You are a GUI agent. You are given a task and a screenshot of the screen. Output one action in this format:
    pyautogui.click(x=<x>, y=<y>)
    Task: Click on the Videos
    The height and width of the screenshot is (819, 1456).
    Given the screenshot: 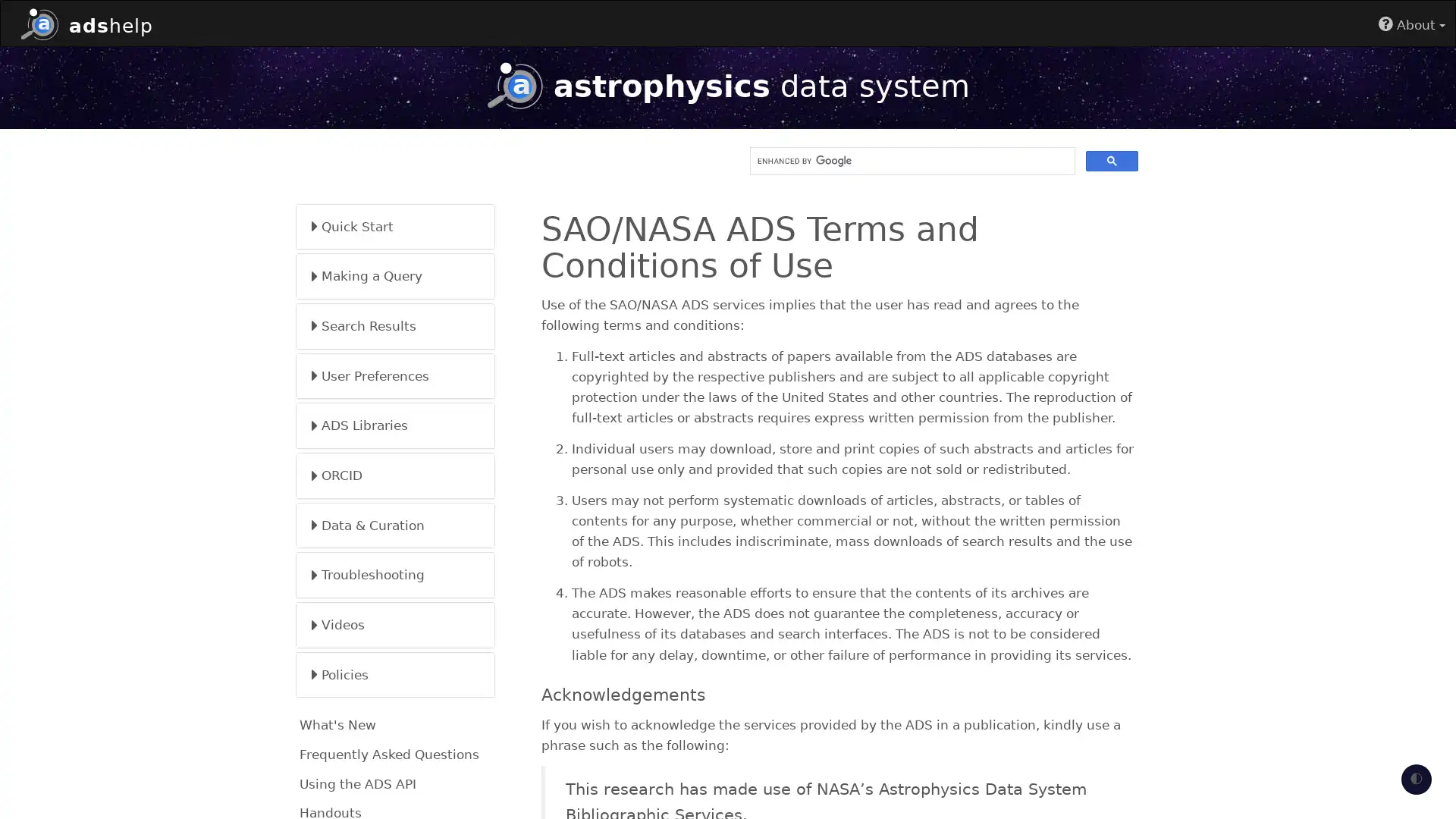 What is the action you would take?
    pyautogui.click(x=395, y=625)
    